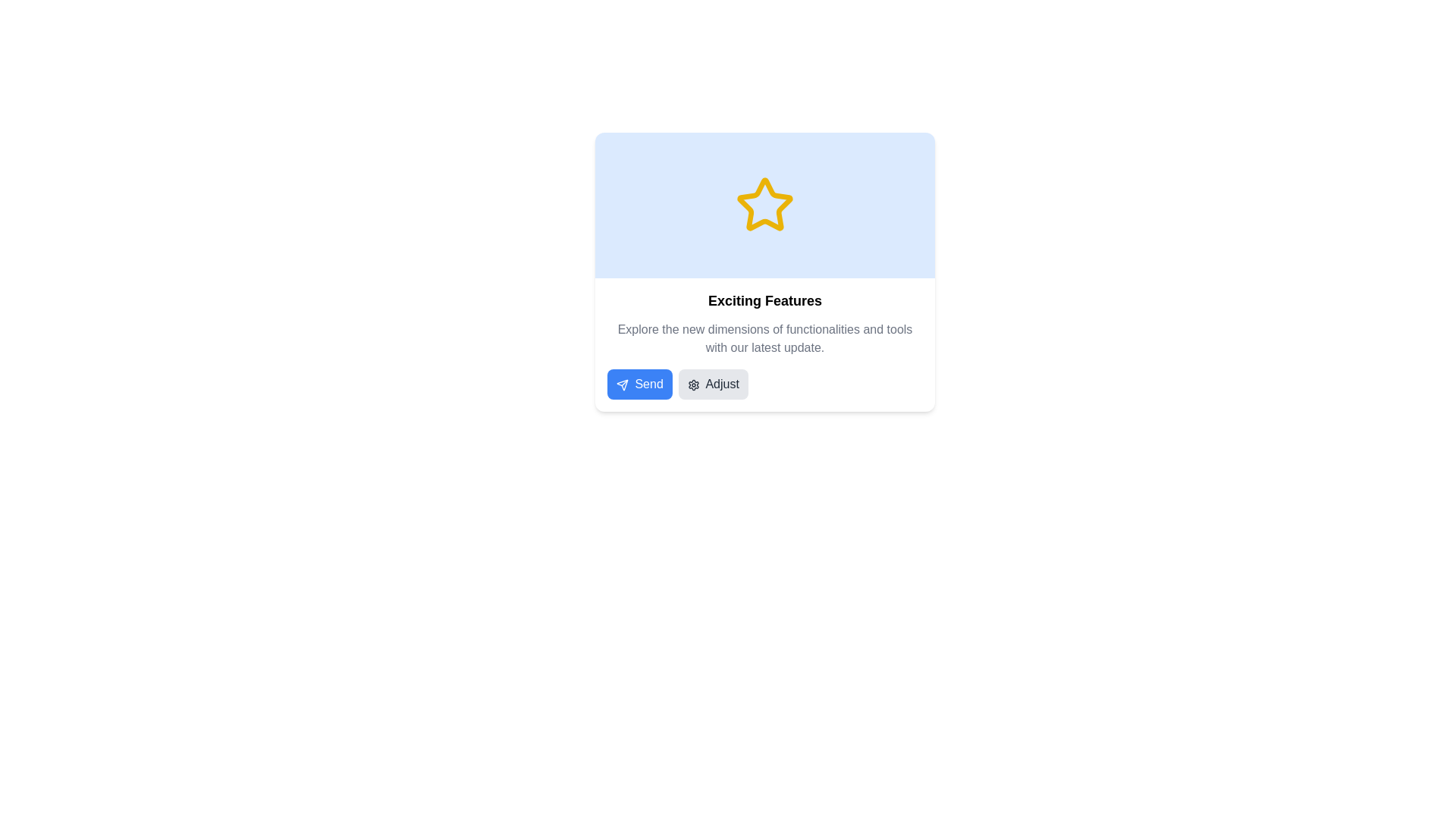  I want to click on the leftmost blue button labeled 'Send' with rounded corners, so click(639, 383).